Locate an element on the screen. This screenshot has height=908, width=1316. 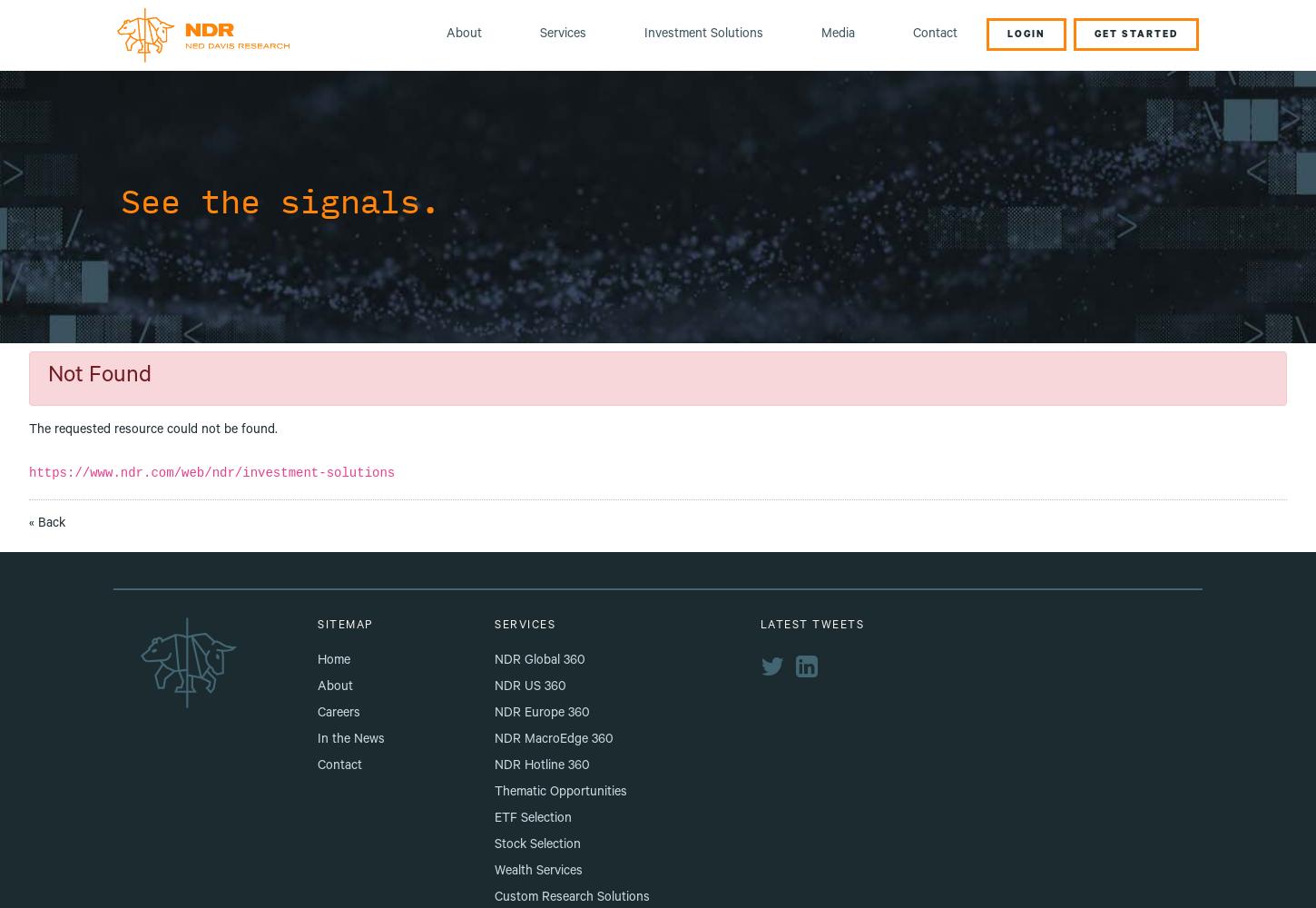
'https://www.ndr.com/web/ndr/investment-solutions' is located at coordinates (211, 472).